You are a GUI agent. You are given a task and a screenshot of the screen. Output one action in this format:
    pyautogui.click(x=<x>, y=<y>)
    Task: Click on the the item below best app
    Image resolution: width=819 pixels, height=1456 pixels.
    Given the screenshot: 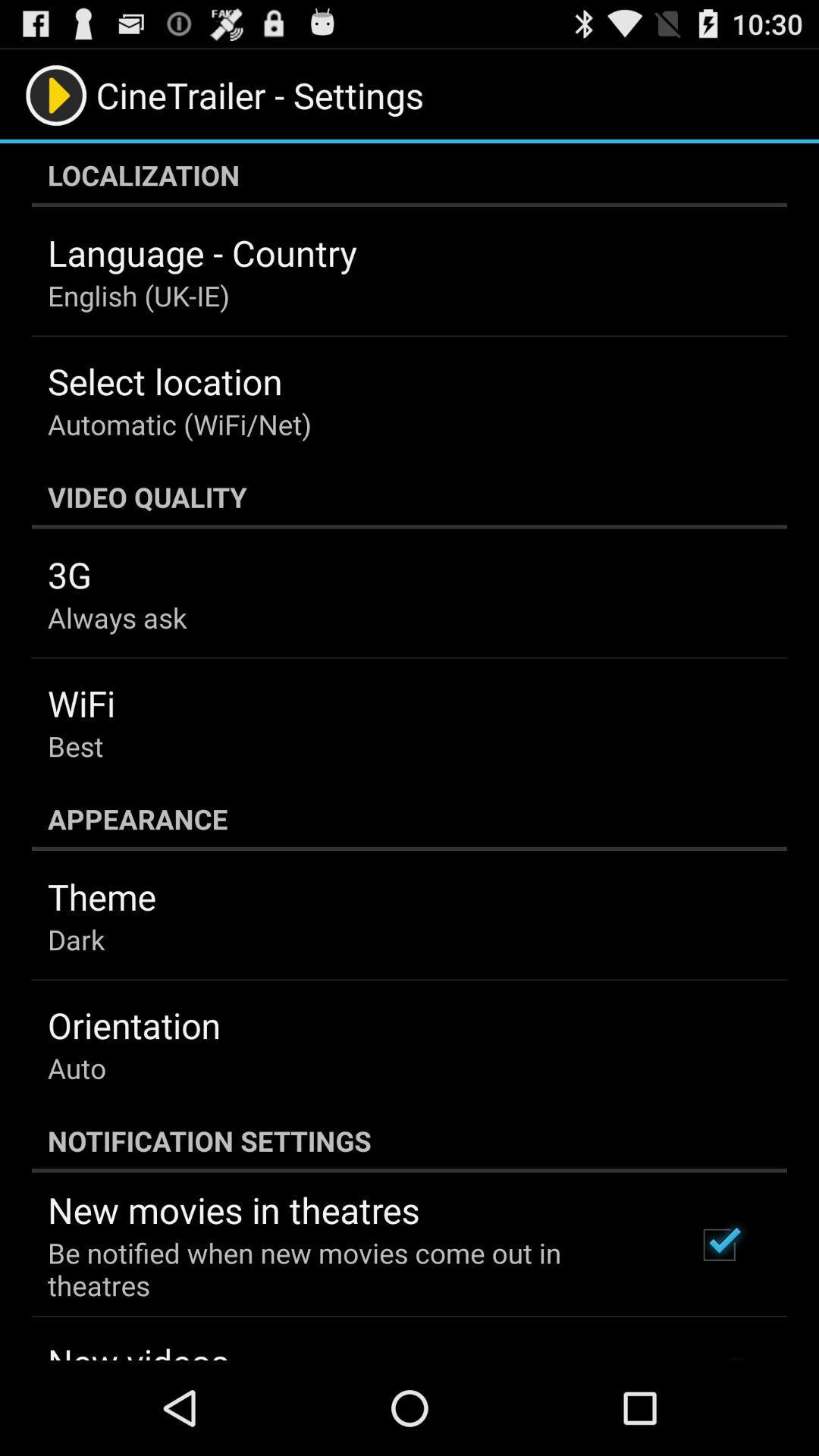 What is the action you would take?
    pyautogui.click(x=409, y=818)
    